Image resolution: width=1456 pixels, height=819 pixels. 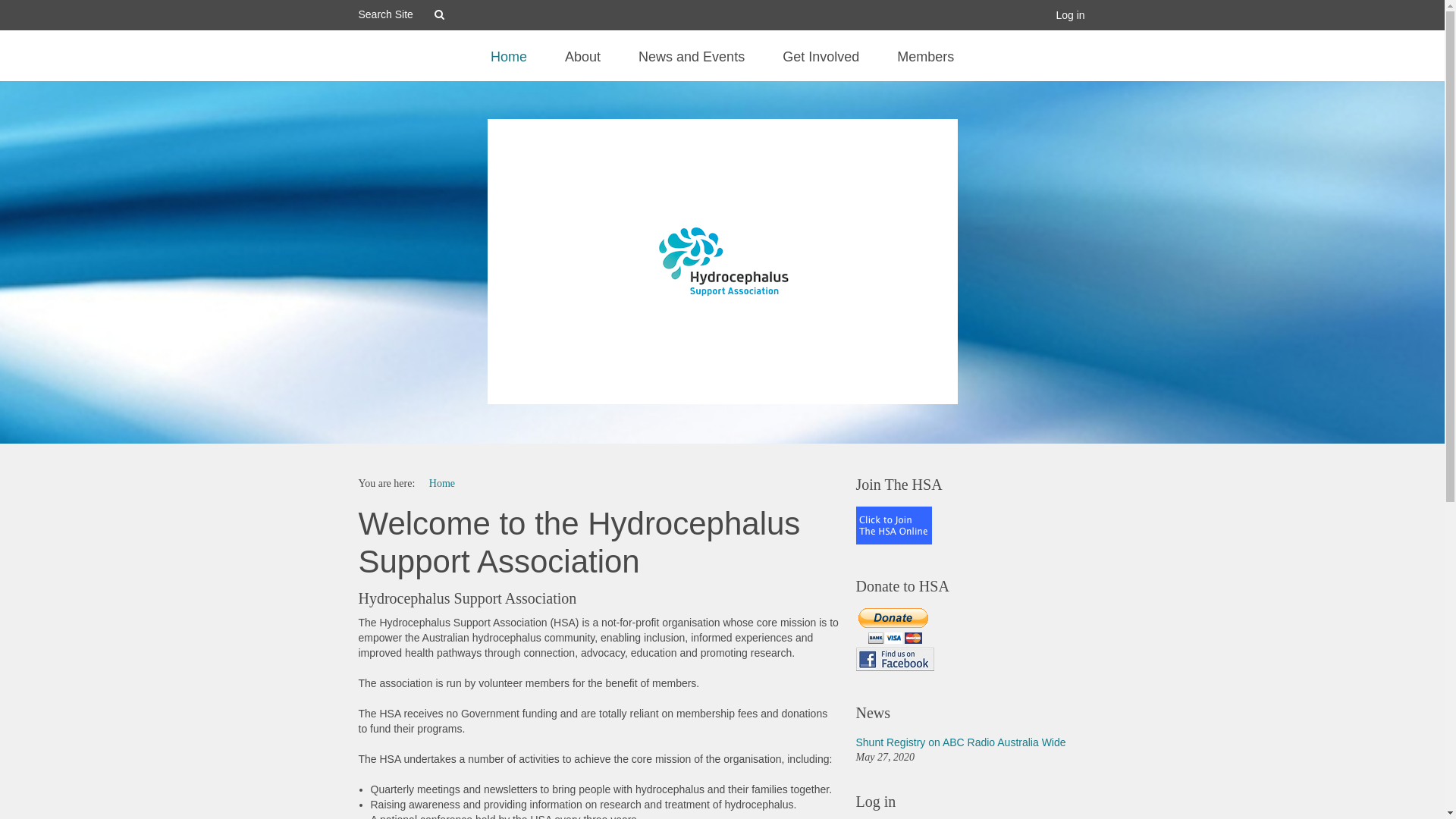 What do you see at coordinates (1069, 14) in the screenshot?
I see `'Log in'` at bounding box center [1069, 14].